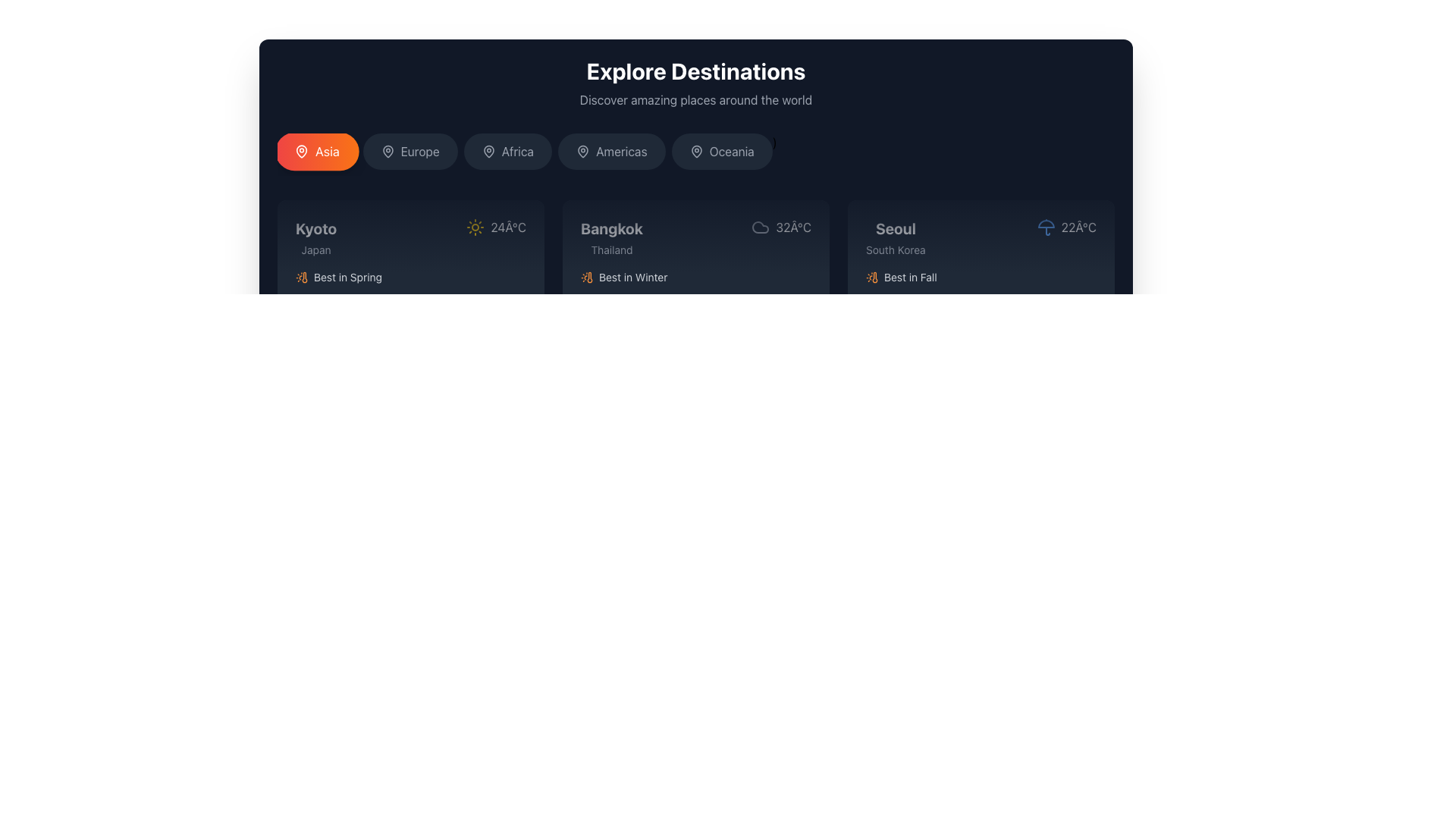  I want to click on the Information Card displaying 'Bangkok', 'Thailand', '32°C', and 'Best in Winter', which is the second card in a row of similar cards, so click(695, 284).